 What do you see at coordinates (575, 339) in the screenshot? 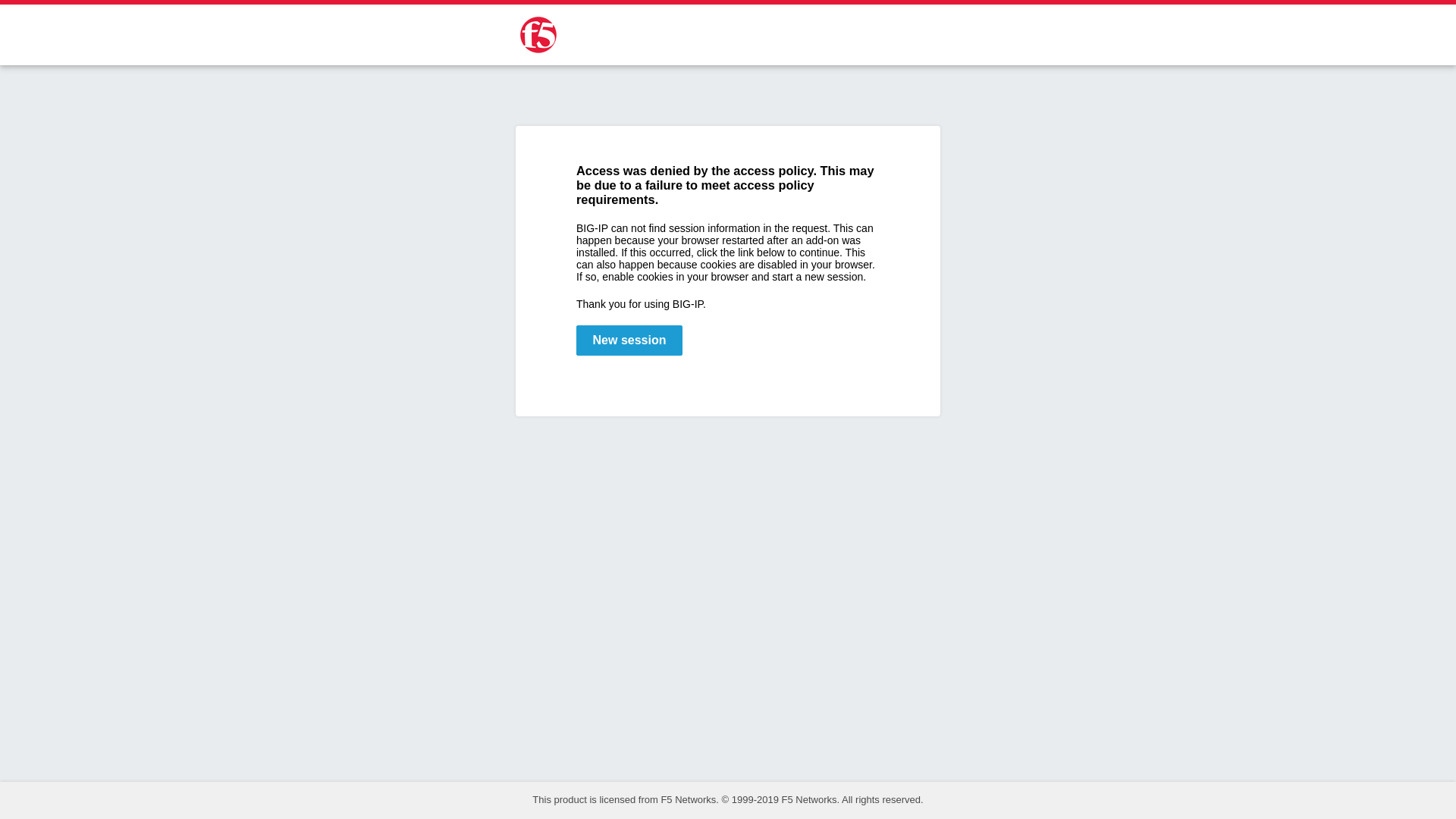
I see `'New session'` at bounding box center [575, 339].